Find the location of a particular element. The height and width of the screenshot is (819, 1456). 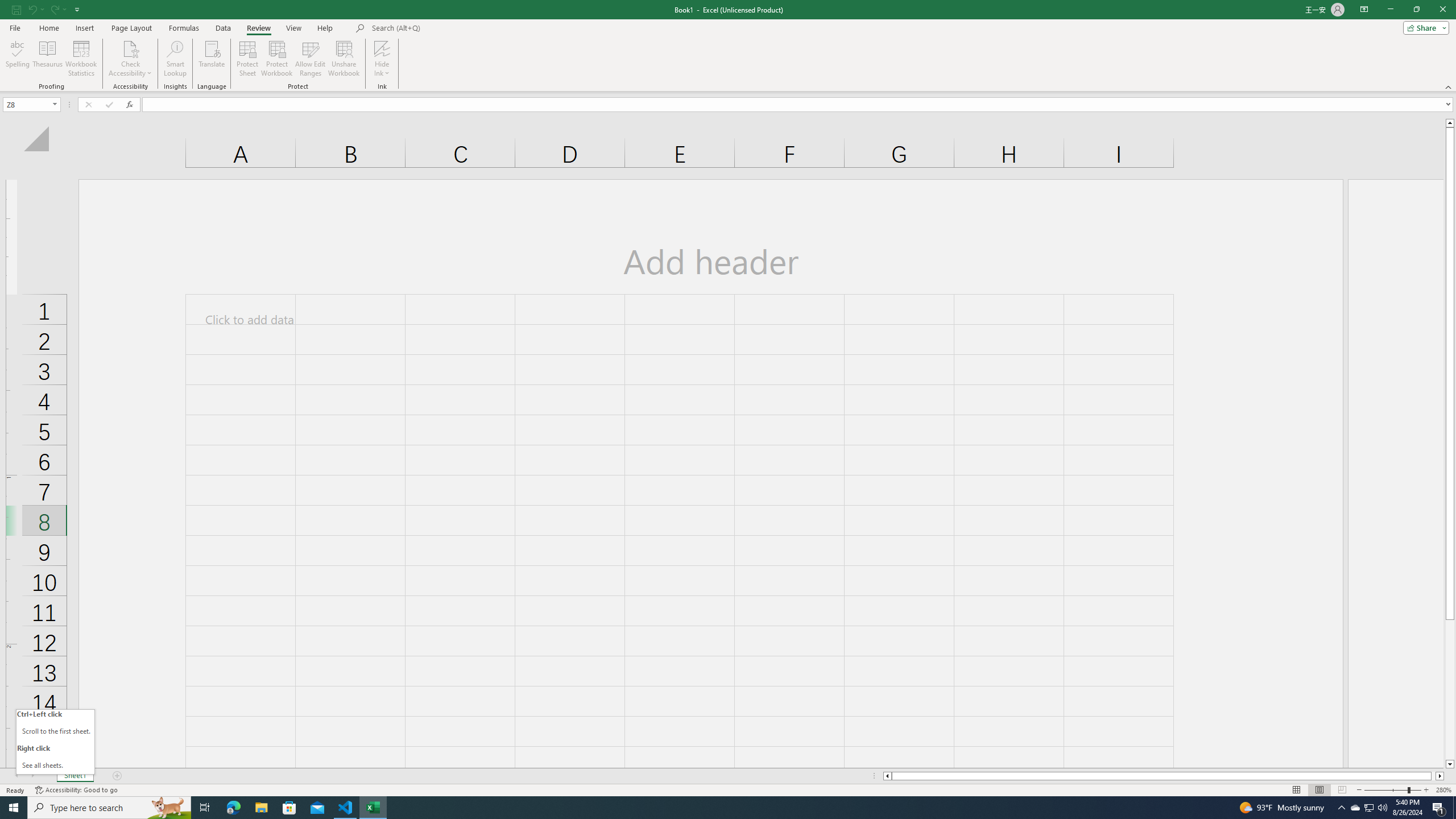

'Unshare Workbook' is located at coordinates (344, 59).